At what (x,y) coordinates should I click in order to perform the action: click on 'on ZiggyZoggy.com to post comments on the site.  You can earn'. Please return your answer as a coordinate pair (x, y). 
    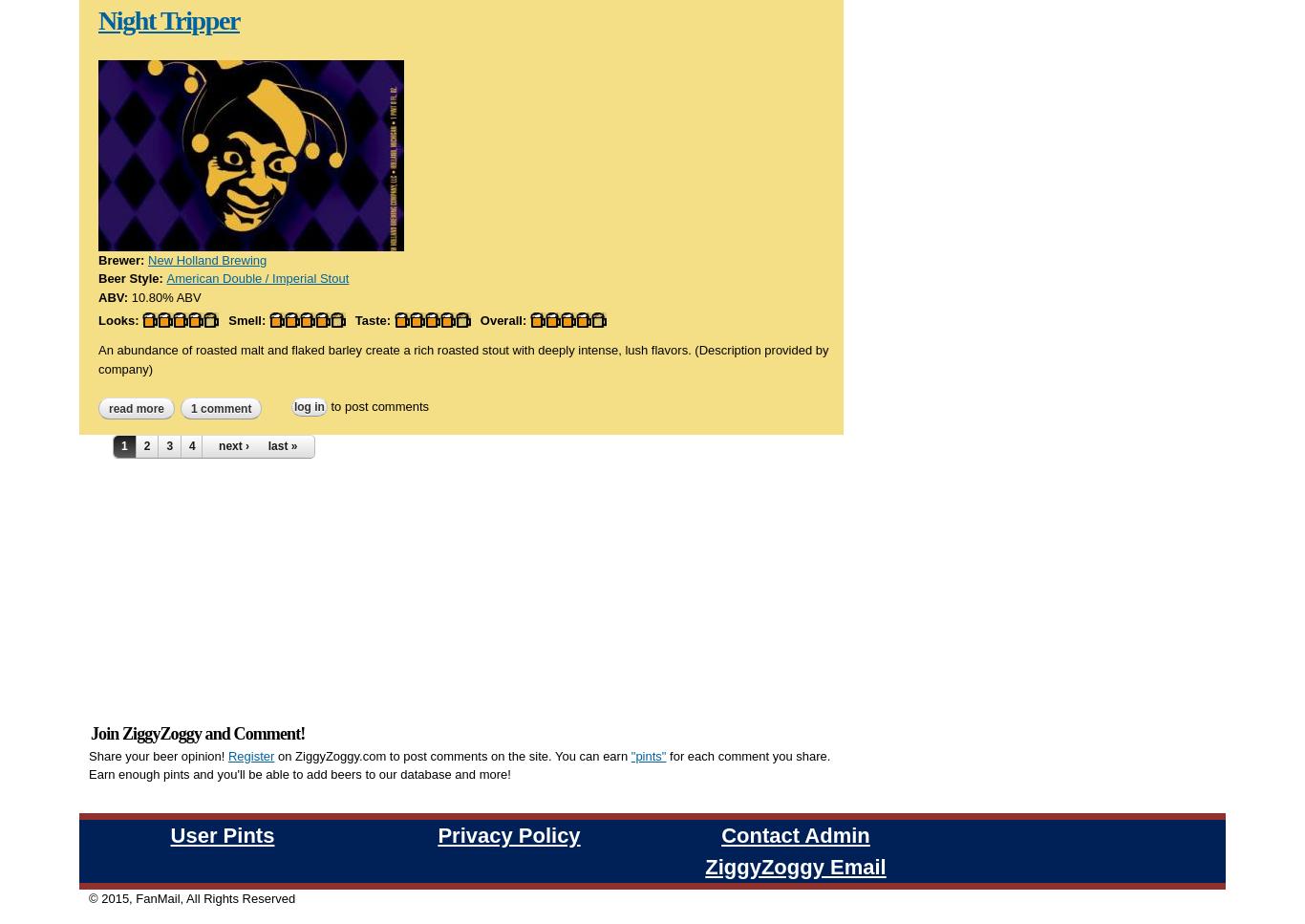
    Looking at the image, I should click on (273, 529).